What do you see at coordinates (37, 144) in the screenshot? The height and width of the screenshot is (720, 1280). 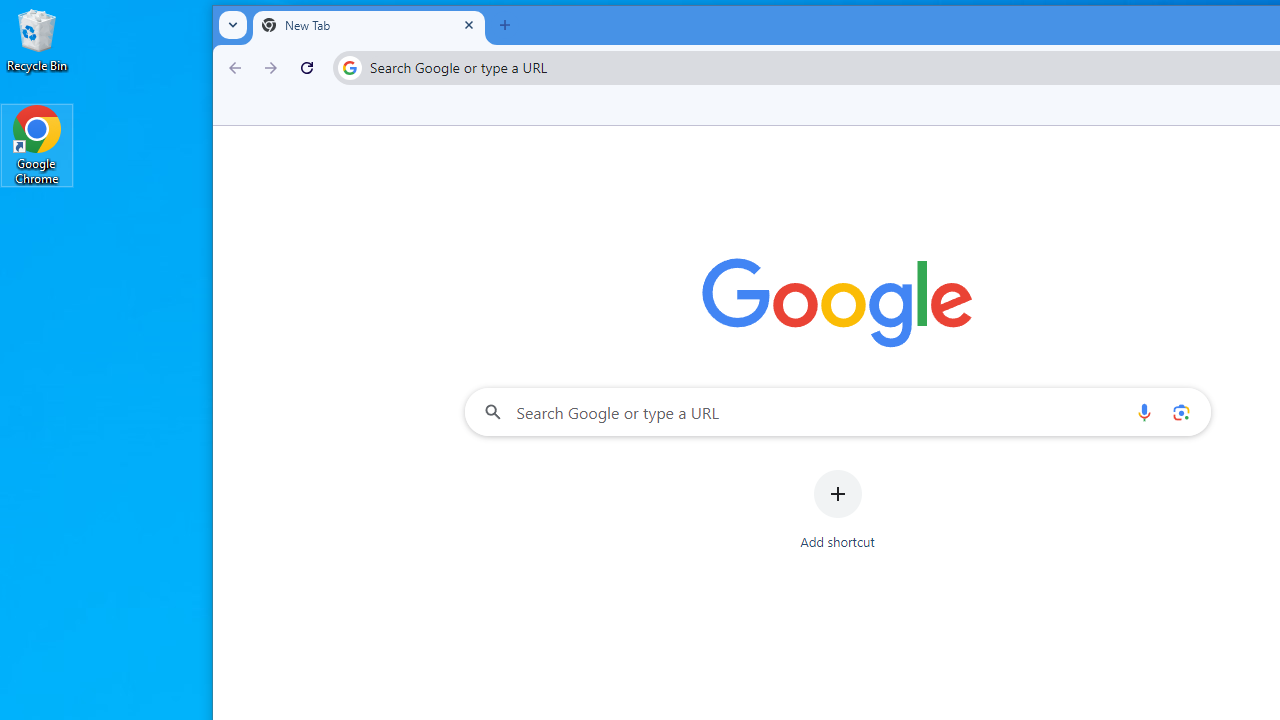 I see `'Google Chrome'` at bounding box center [37, 144].